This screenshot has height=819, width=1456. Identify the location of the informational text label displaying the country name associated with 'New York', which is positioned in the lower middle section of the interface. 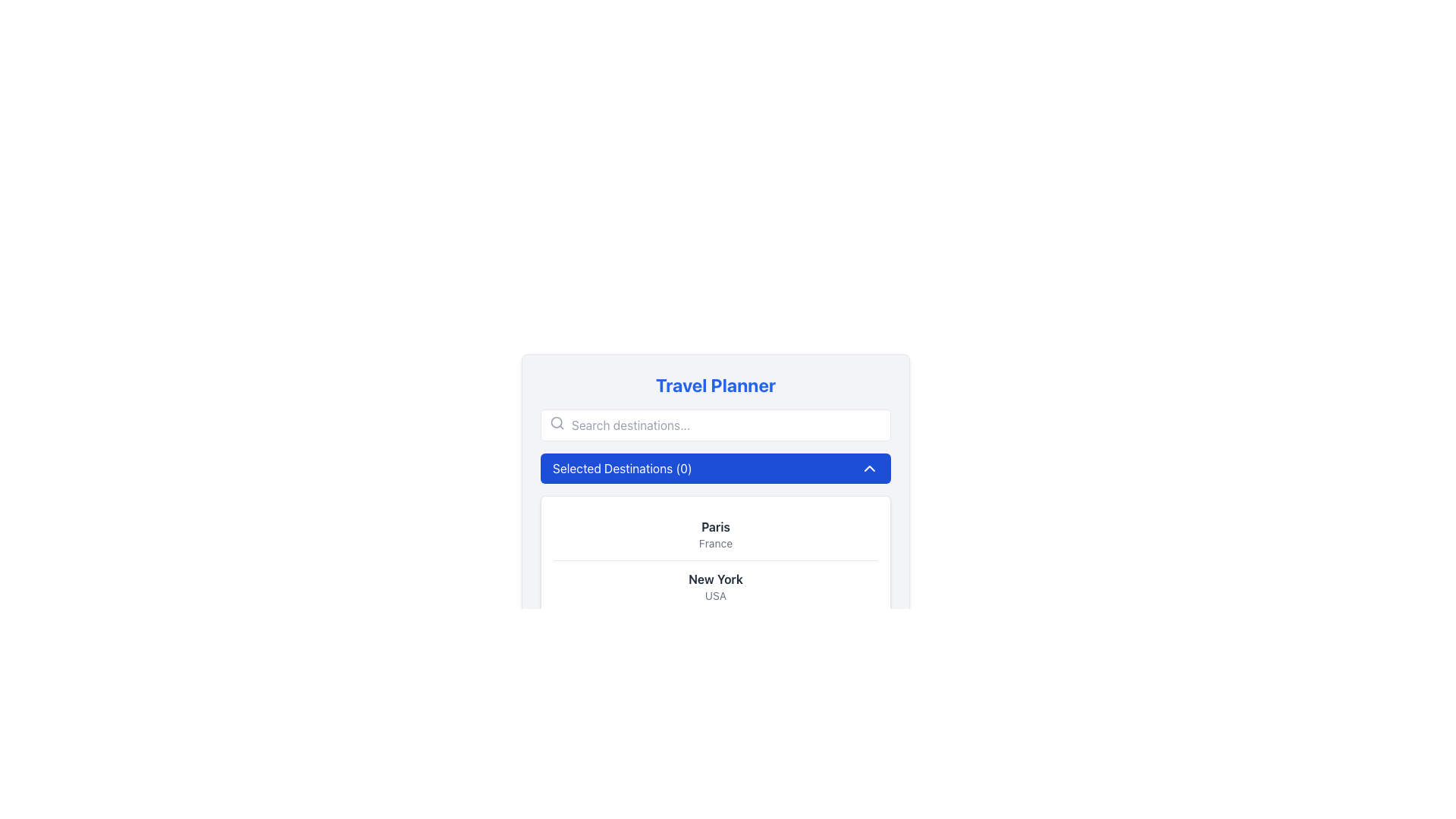
(715, 595).